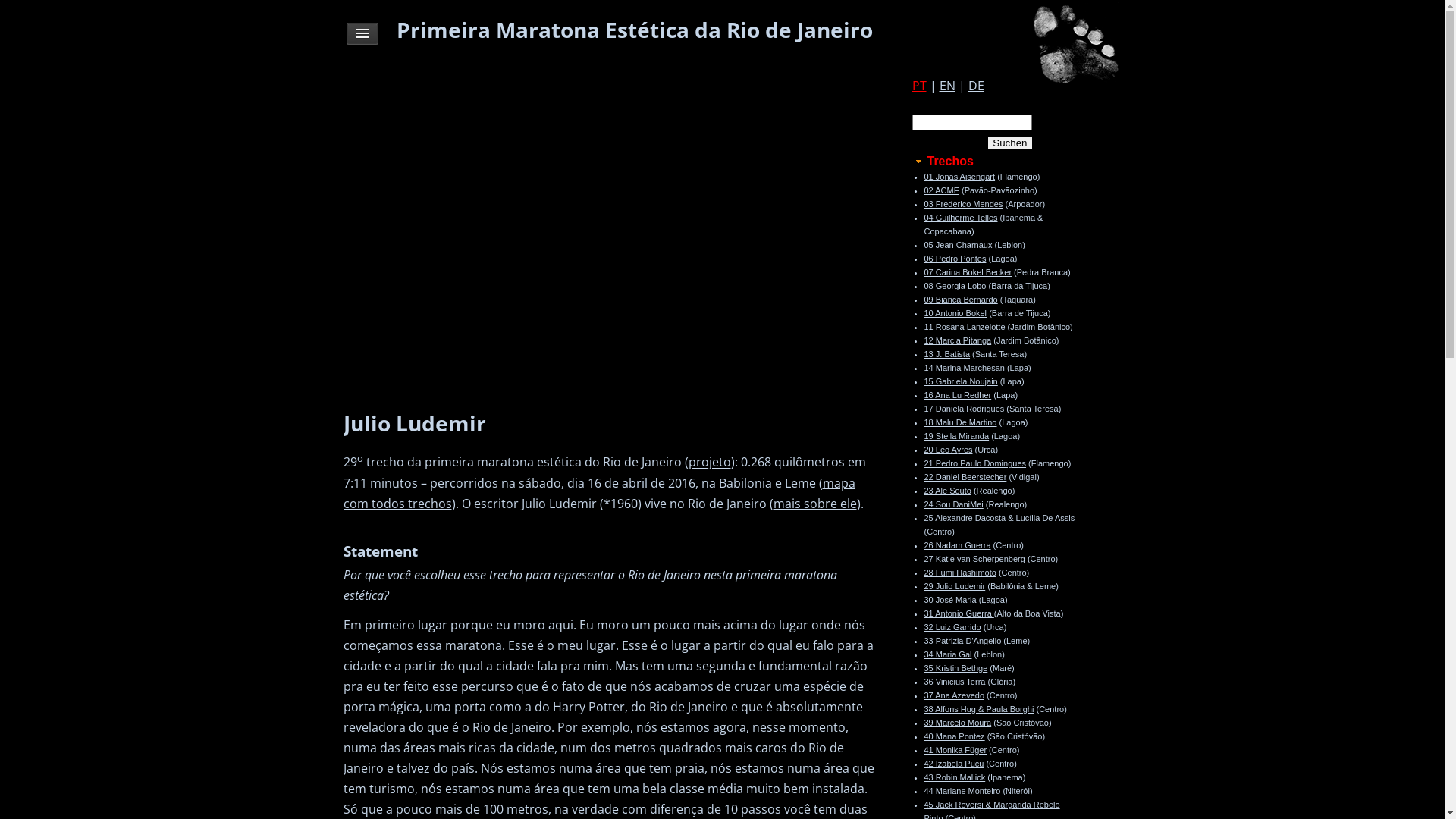 Image resolution: width=1456 pixels, height=819 pixels. Describe the element at coordinates (923, 736) in the screenshot. I see `'40 Mana Pontez'` at that location.